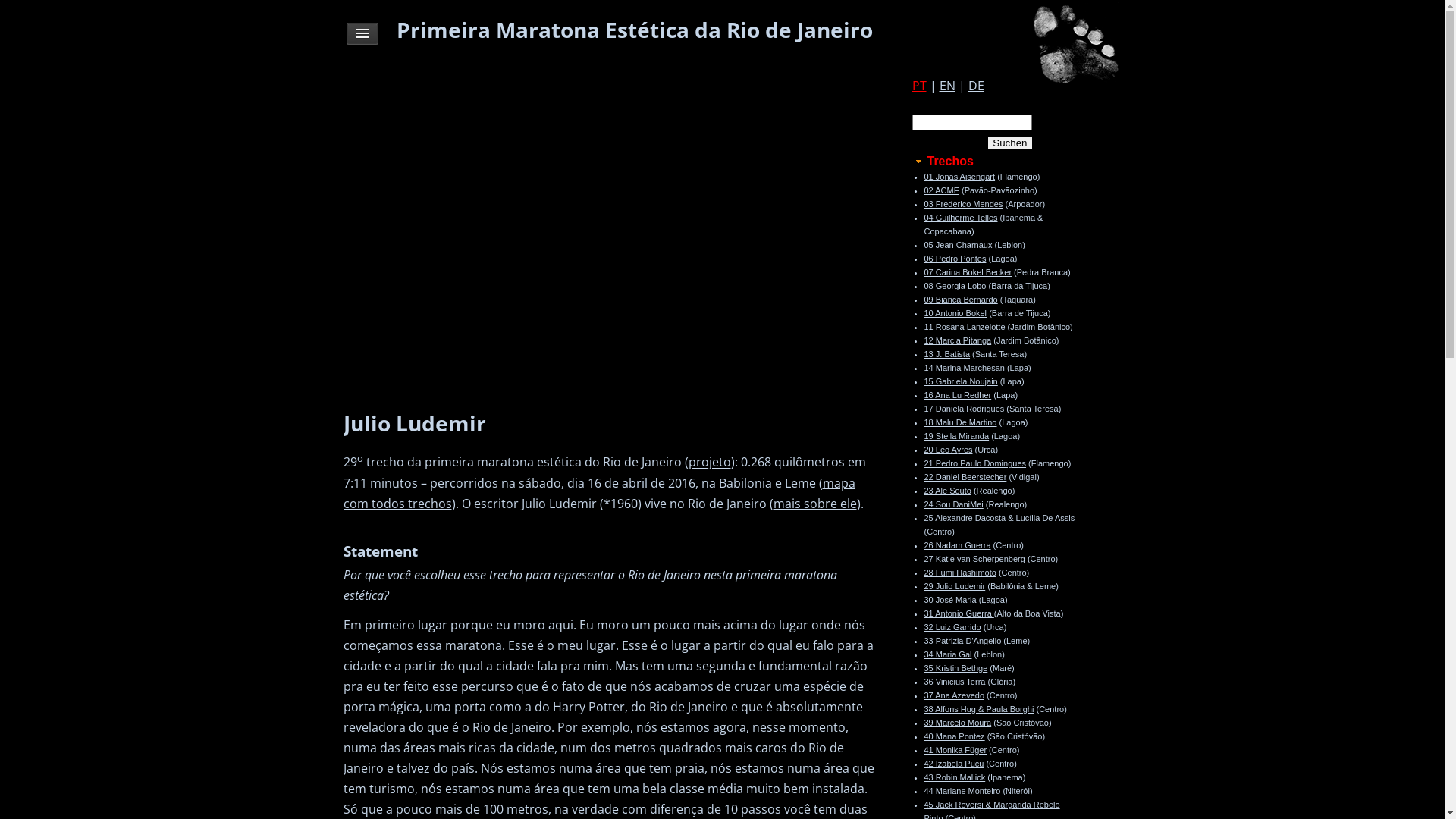 Image resolution: width=1456 pixels, height=819 pixels. Describe the element at coordinates (923, 736) in the screenshot. I see `'40 Mana Pontez'` at that location.